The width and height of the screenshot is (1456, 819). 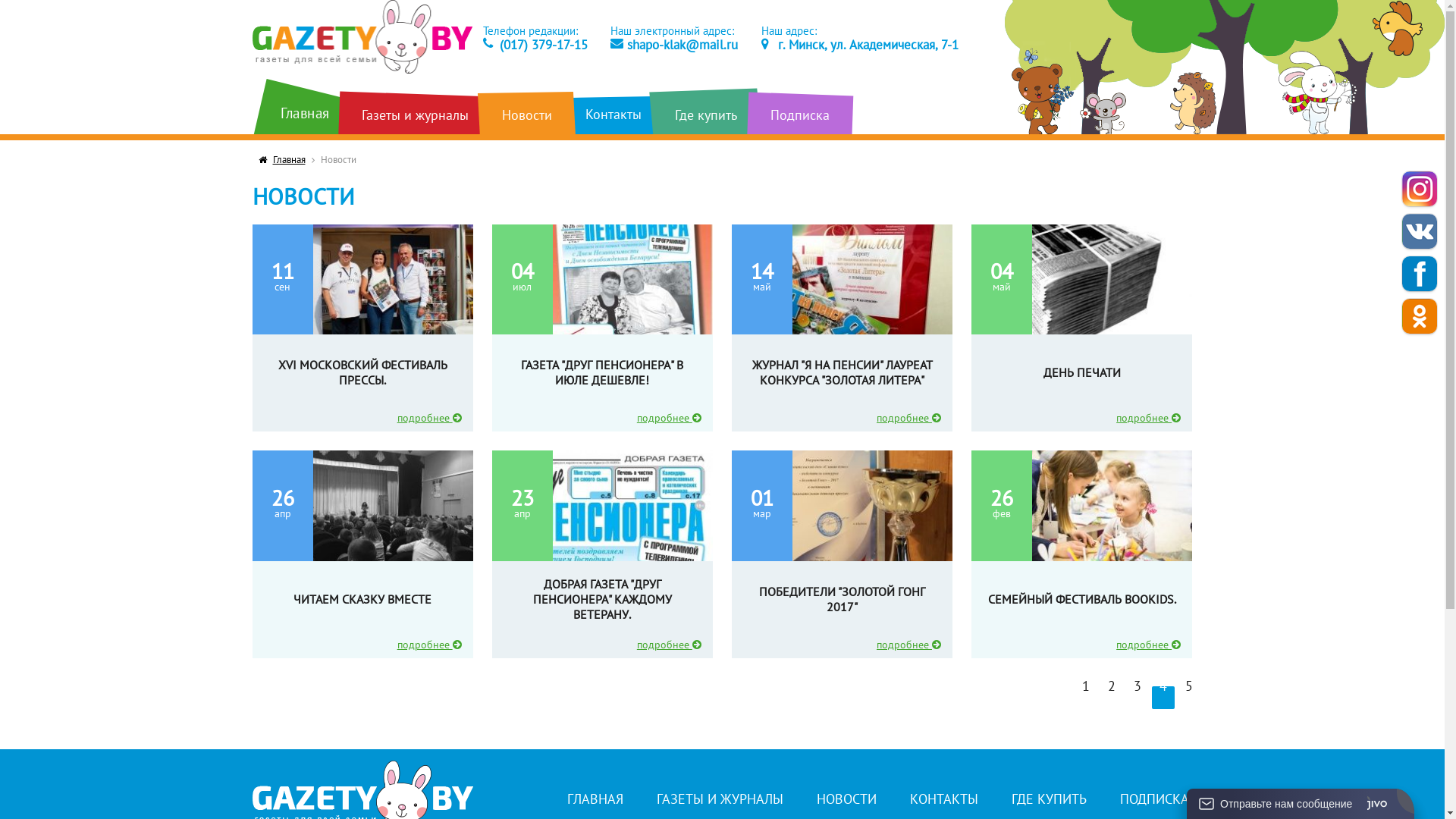 What do you see at coordinates (535, 43) in the screenshot?
I see `'(017) 379-17-15'` at bounding box center [535, 43].